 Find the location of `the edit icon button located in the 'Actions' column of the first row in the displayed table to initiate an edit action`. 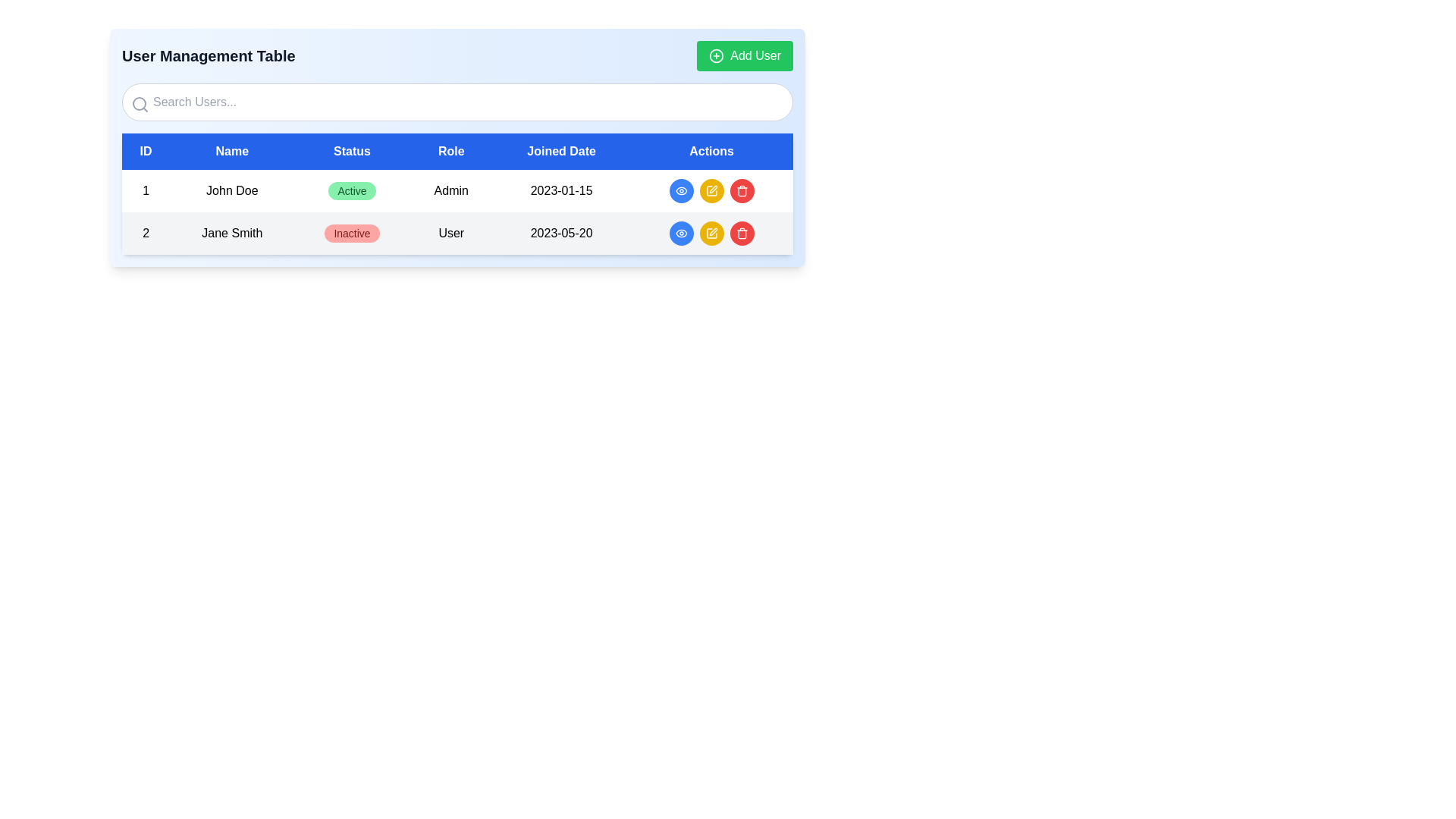

the edit icon button located in the 'Actions' column of the first row in the displayed table to initiate an edit action is located at coordinates (712, 231).